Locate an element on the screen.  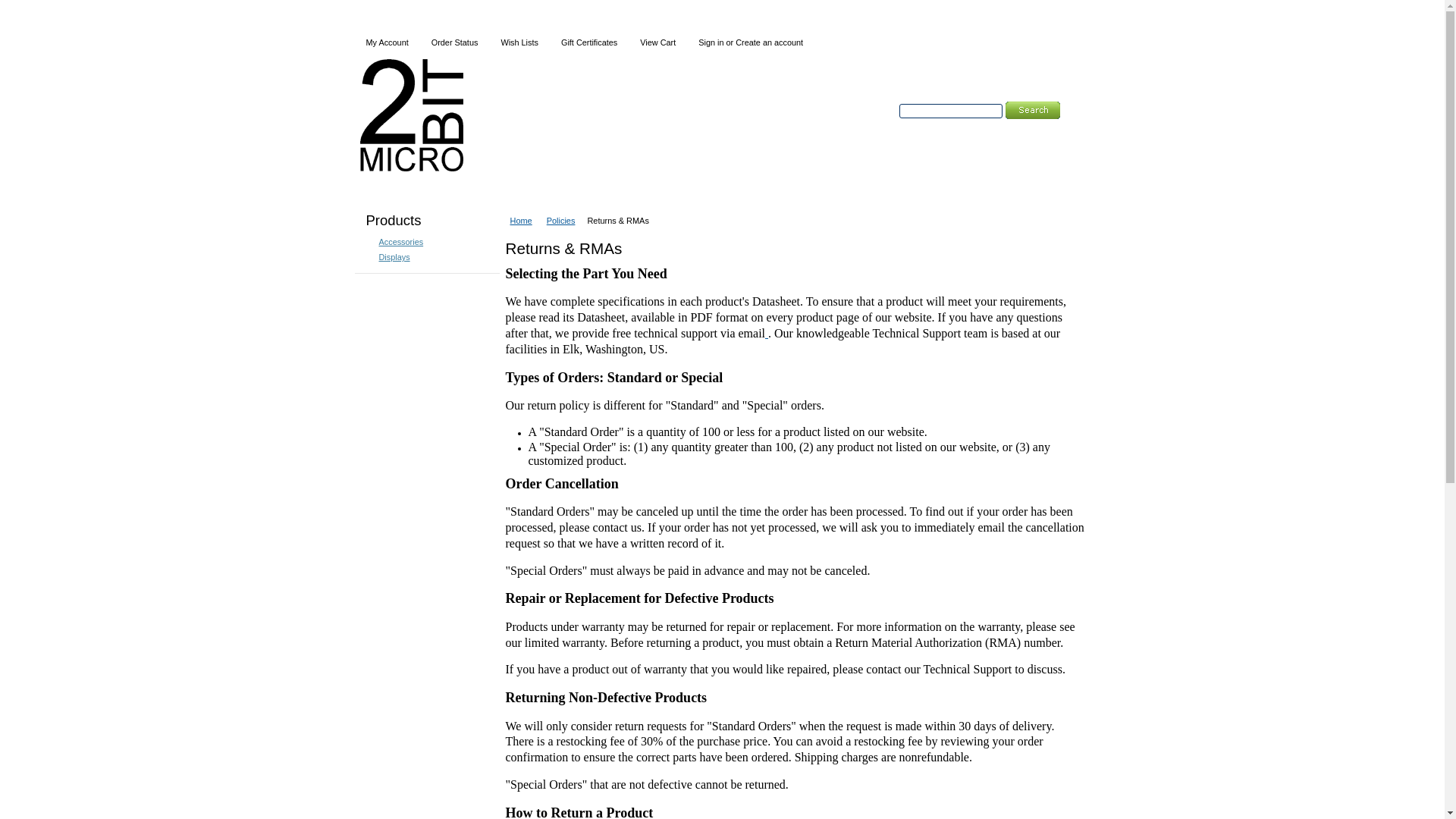
'Sign in' is located at coordinates (710, 42).